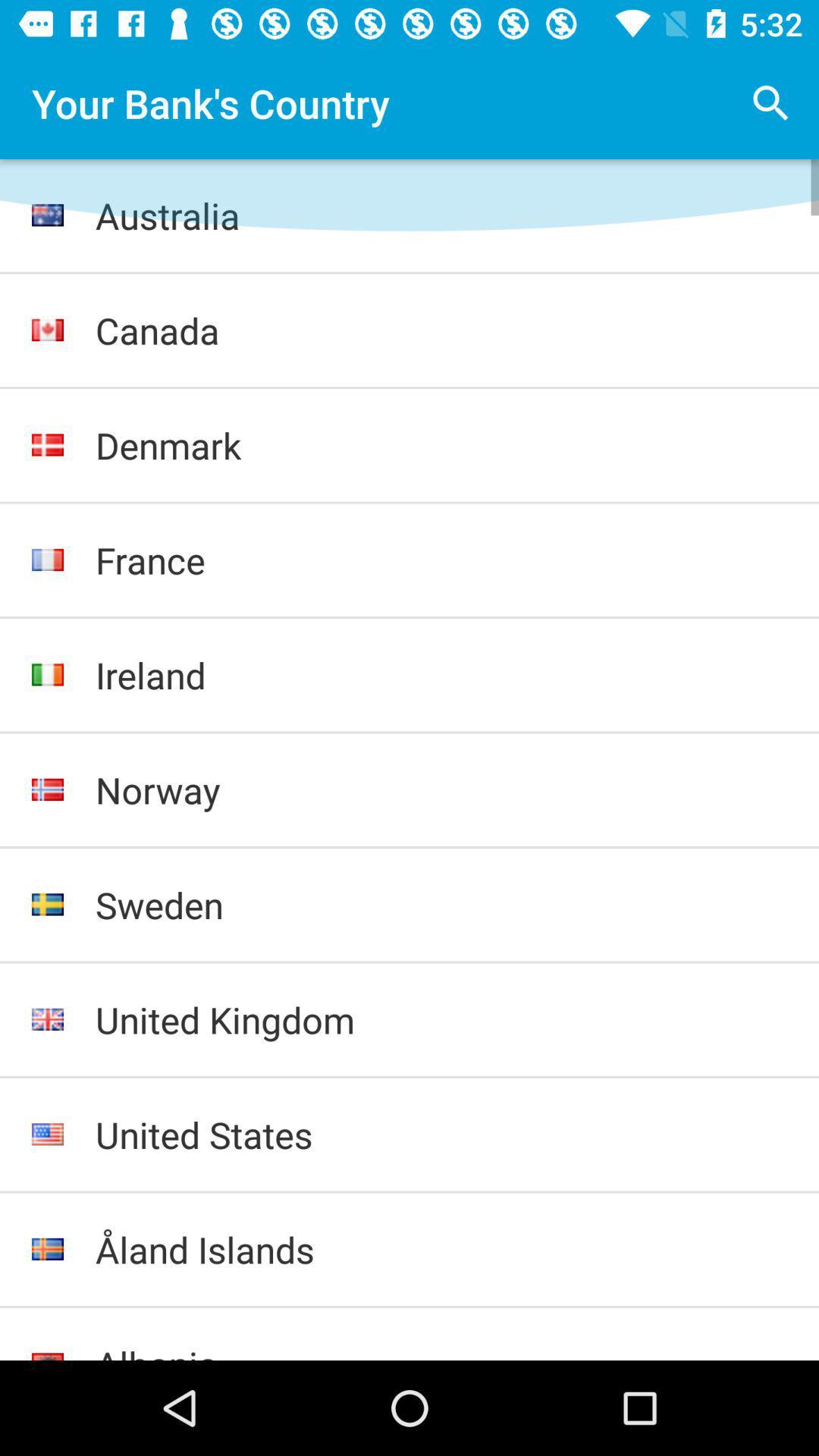  Describe the element at coordinates (441, 1350) in the screenshot. I see `the albania icon` at that location.